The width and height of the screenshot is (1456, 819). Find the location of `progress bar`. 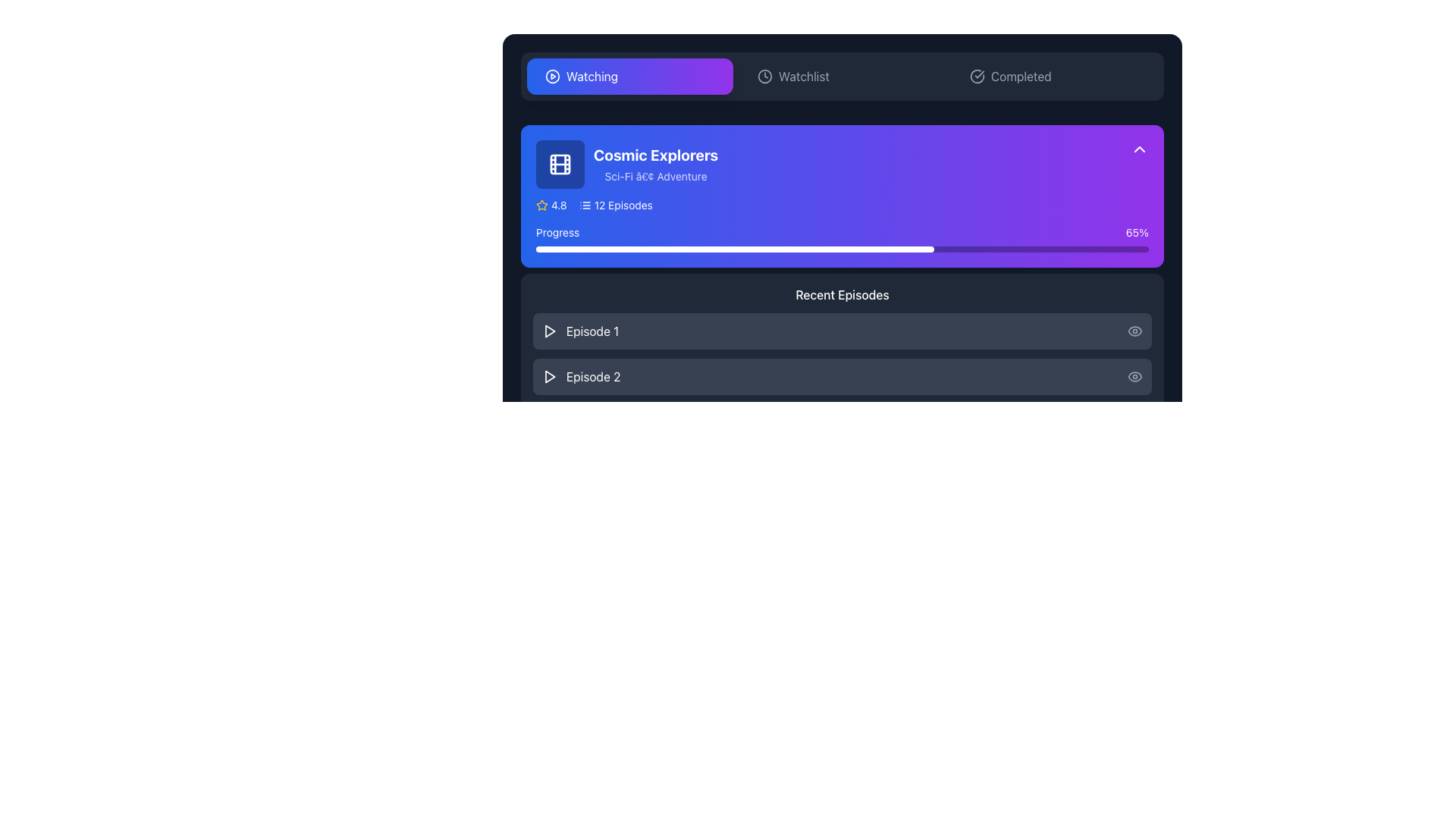

progress bar is located at coordinates (670, 248).